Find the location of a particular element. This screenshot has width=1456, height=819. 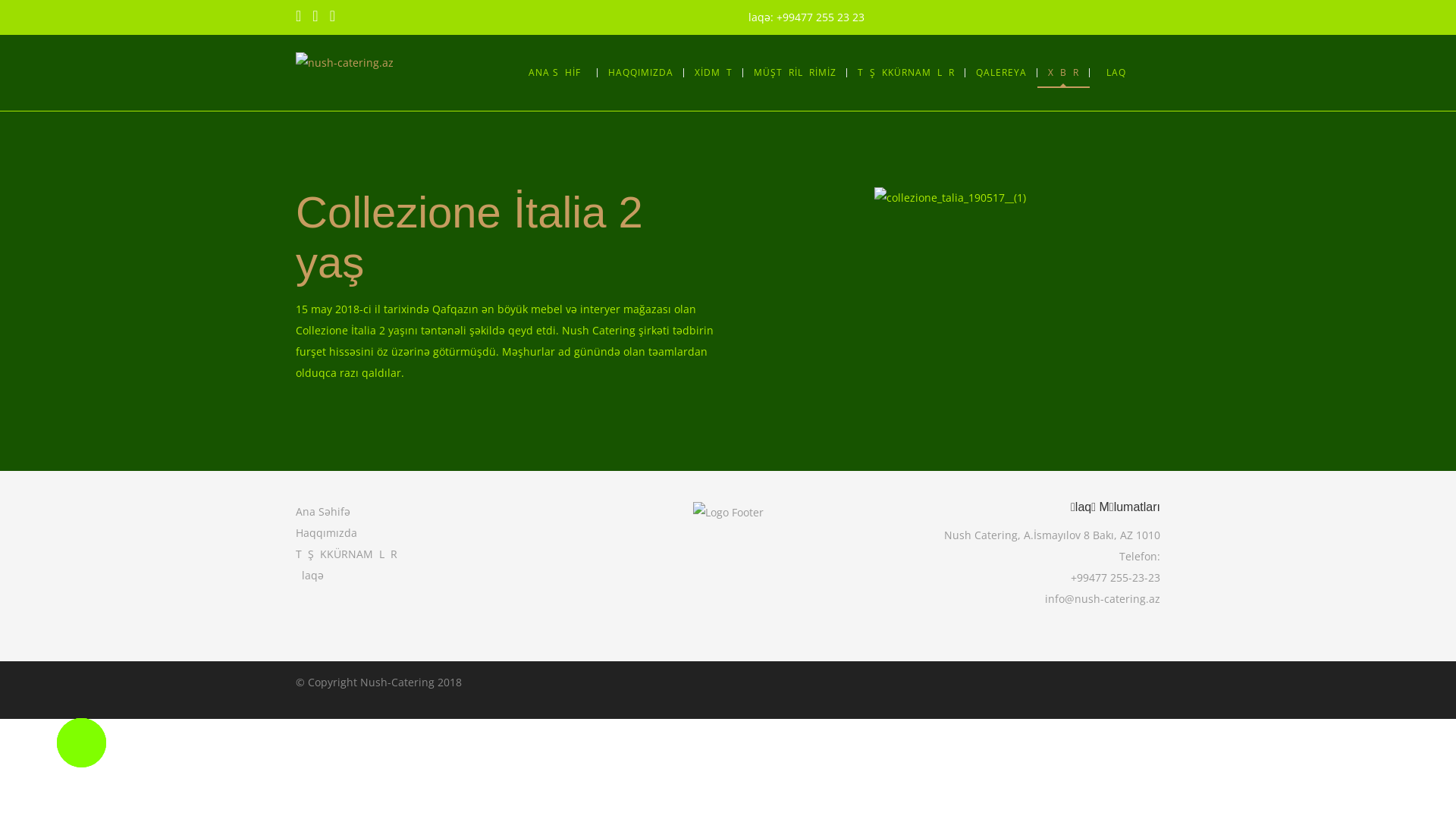

'collezione_talia_190517__(1)' is located at coordinates (874, 197).